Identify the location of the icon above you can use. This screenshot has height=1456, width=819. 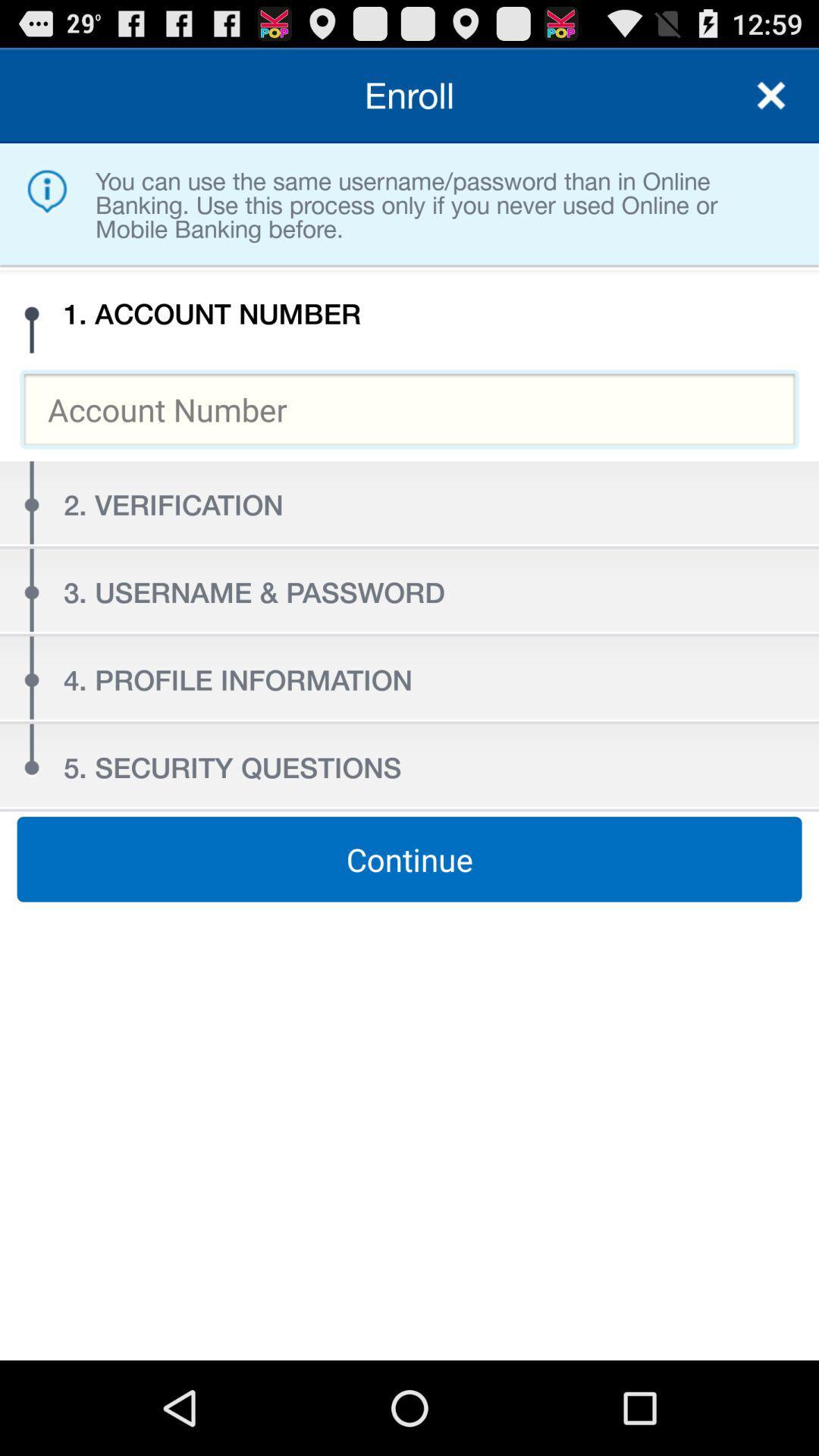
(409, 94).